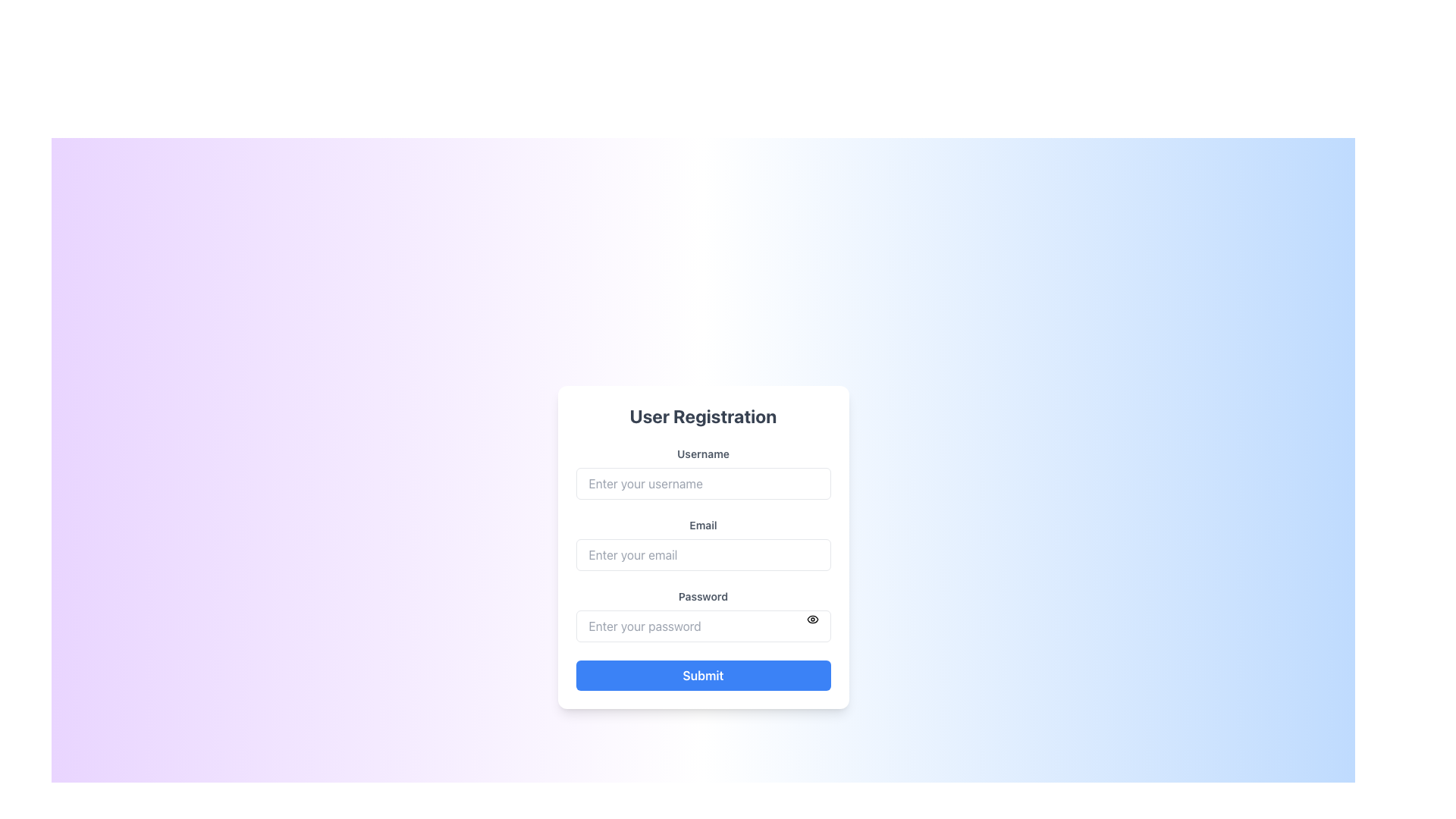 The image size is (1456, 819). What do you see at coordinates (811, 620) in the screenshot?
I see `the eye icon button located to the far right of the password input field` at bounding box center [811, 620].